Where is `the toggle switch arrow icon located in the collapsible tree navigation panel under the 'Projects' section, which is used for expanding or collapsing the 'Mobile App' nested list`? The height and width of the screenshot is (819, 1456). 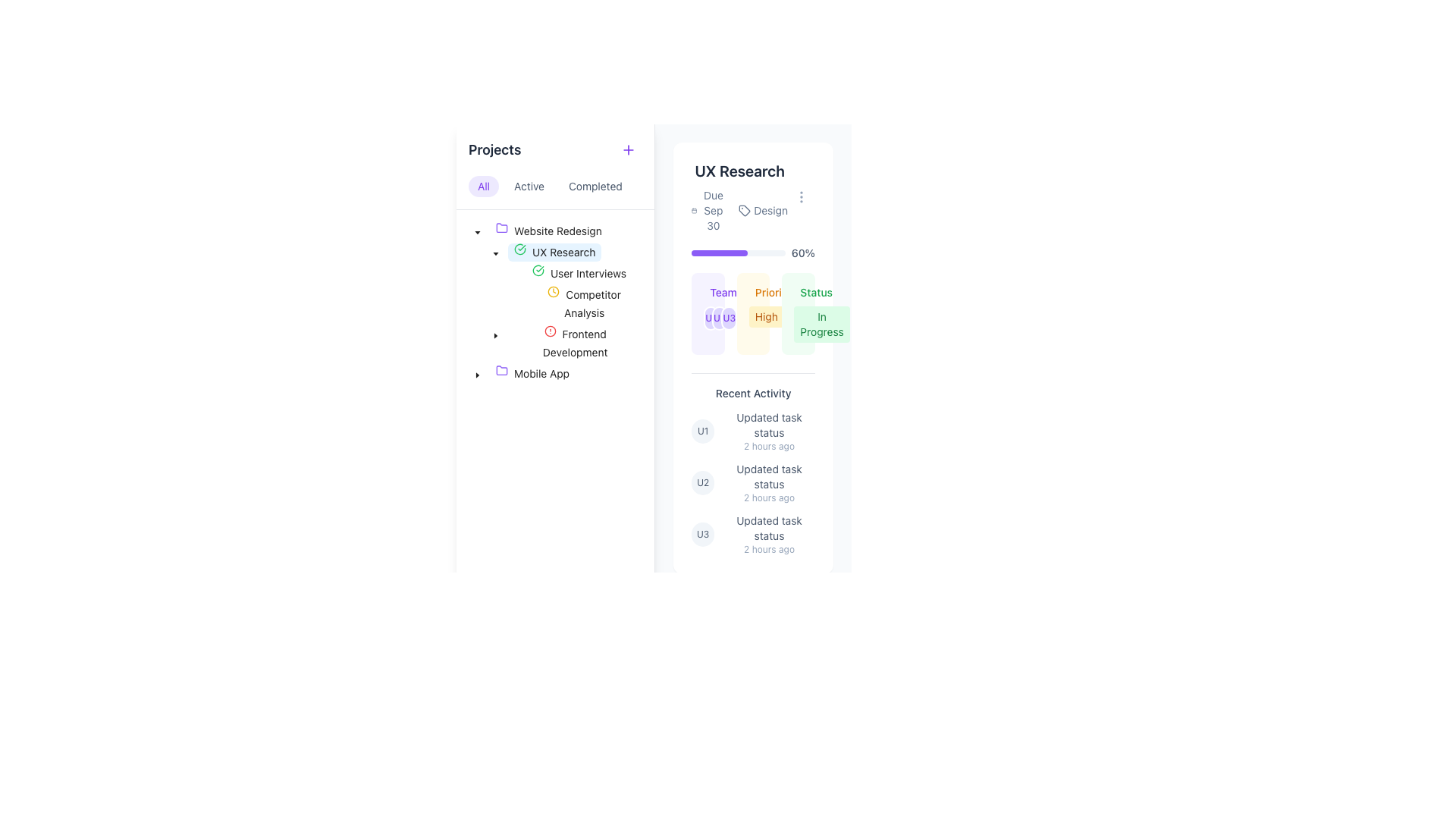
the toggle switch arrow icon located in the collapsible tree navigation panel under the 'Projects' section, which is used for expanding or collapsing the 'Mobile App' nested list is located at coordinates (476, 374).